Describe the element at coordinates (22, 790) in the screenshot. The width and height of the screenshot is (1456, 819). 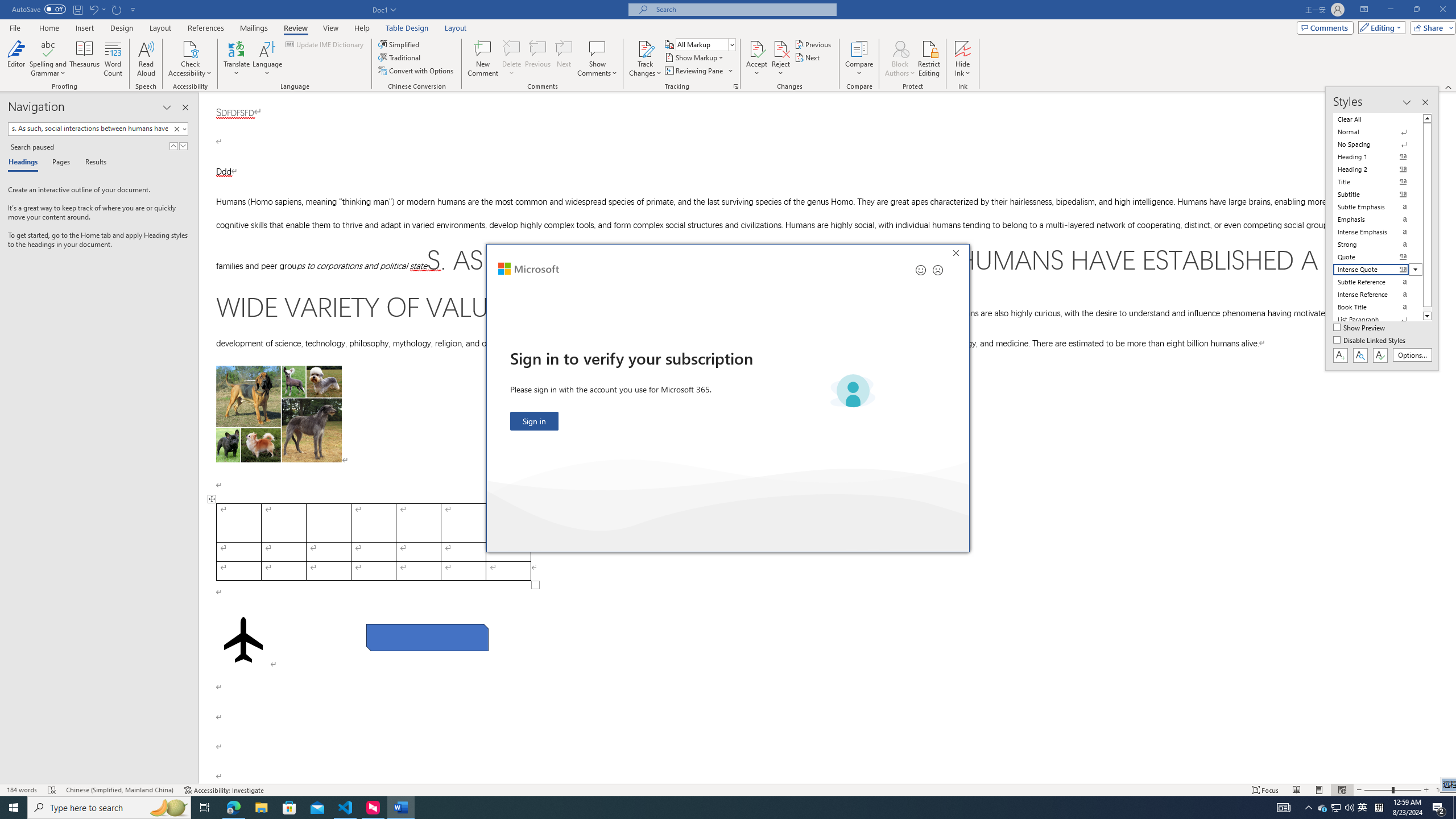
I see `'Word Count 184 words'` at that location.